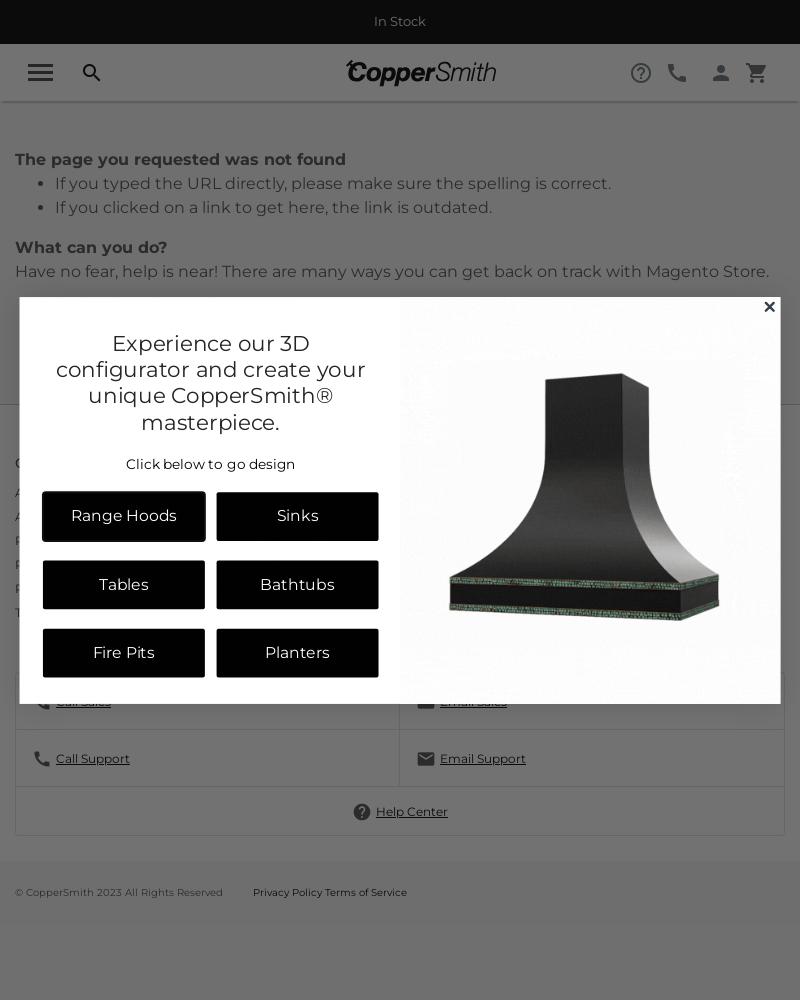  Describe the element at coordinates (332, 183) in the screenshot. I see `'If you typed the URL directly, please make sure the spelling is correct.'` at that location.